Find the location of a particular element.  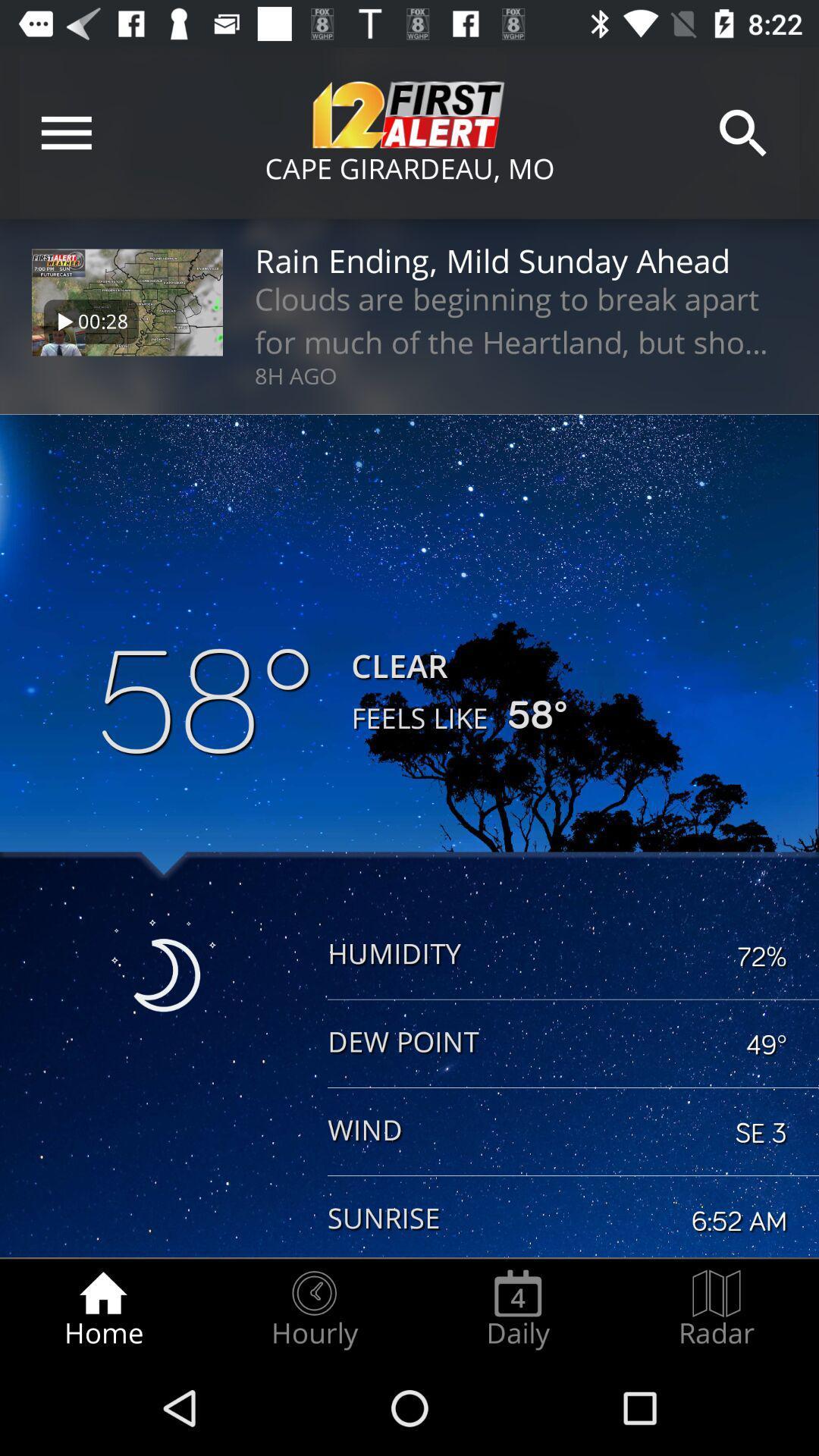

item next to hourly is located at coordinates (102, 1309).